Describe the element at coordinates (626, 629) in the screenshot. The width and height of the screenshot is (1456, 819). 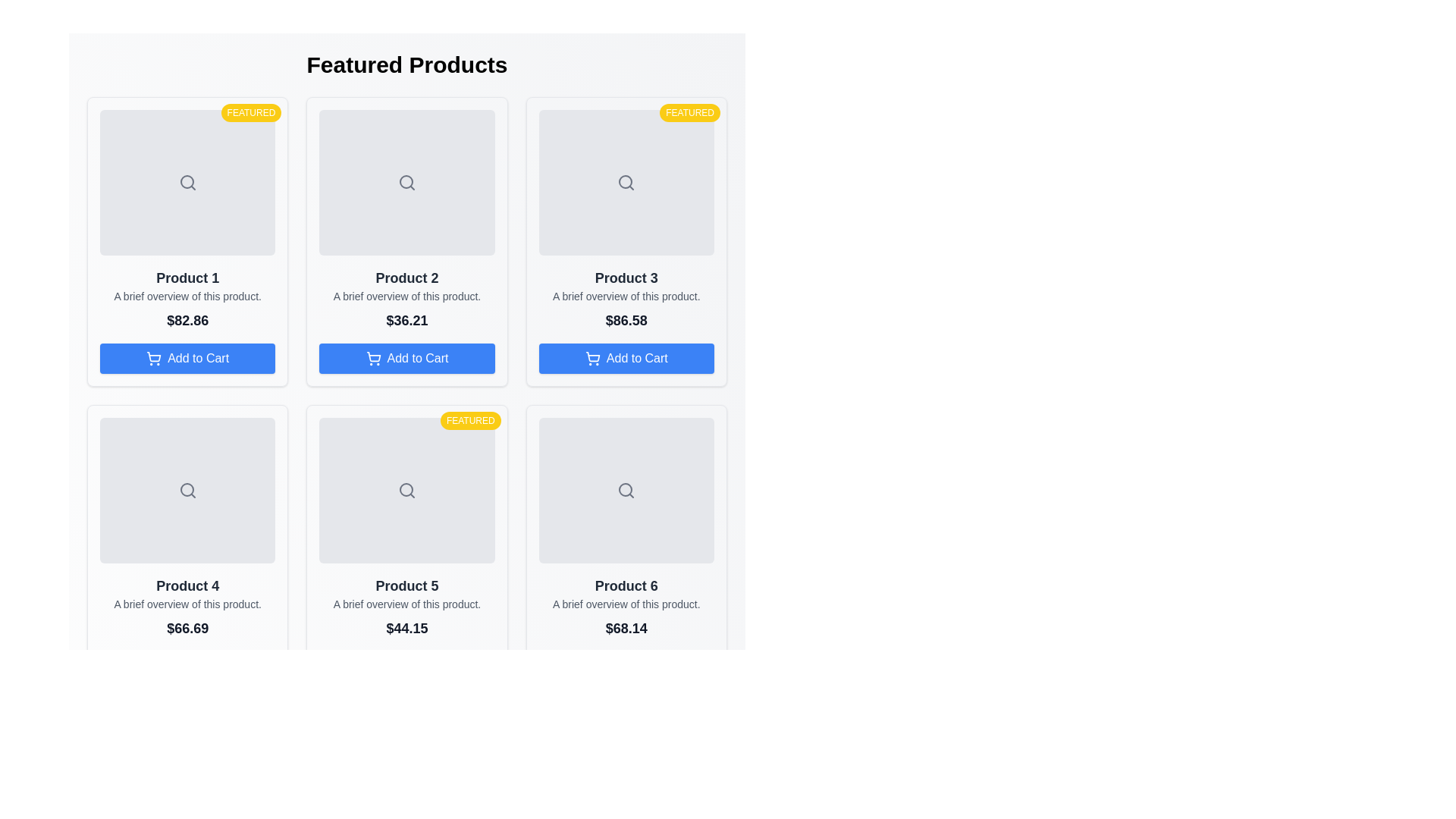
I see `text label displaying the price for 'Product 6' located in the second row, third column of the product grid` at that location.